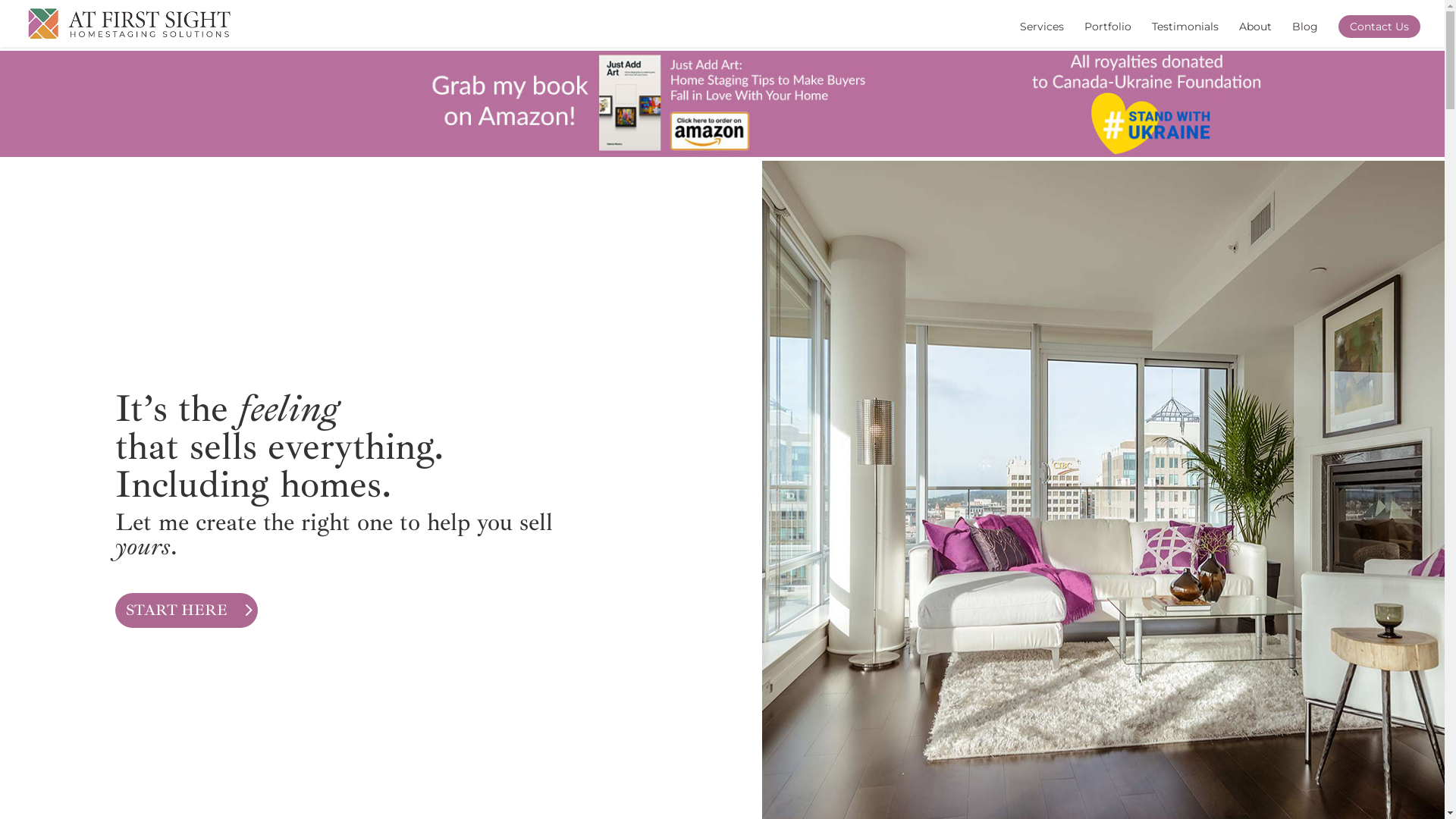 The width and height of the screenshot is (1456, 819). What do you see at coordinates (1040, 34) in the screenshot?
I see `'Services'` at bounding box center [1040, 34].